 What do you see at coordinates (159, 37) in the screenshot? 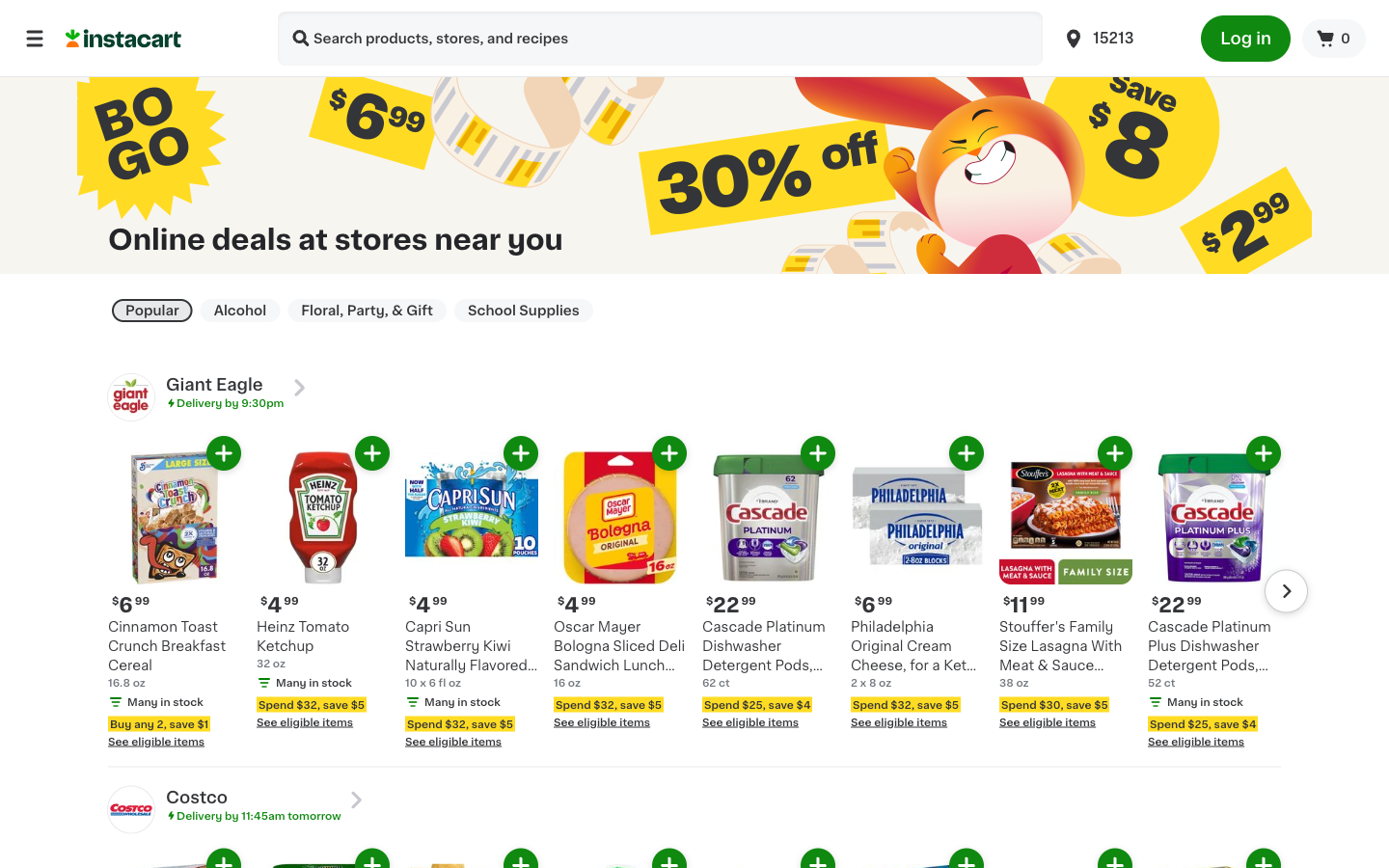
I see `Redirect to the homepage of Instacart` at bounding box center [159, 37].